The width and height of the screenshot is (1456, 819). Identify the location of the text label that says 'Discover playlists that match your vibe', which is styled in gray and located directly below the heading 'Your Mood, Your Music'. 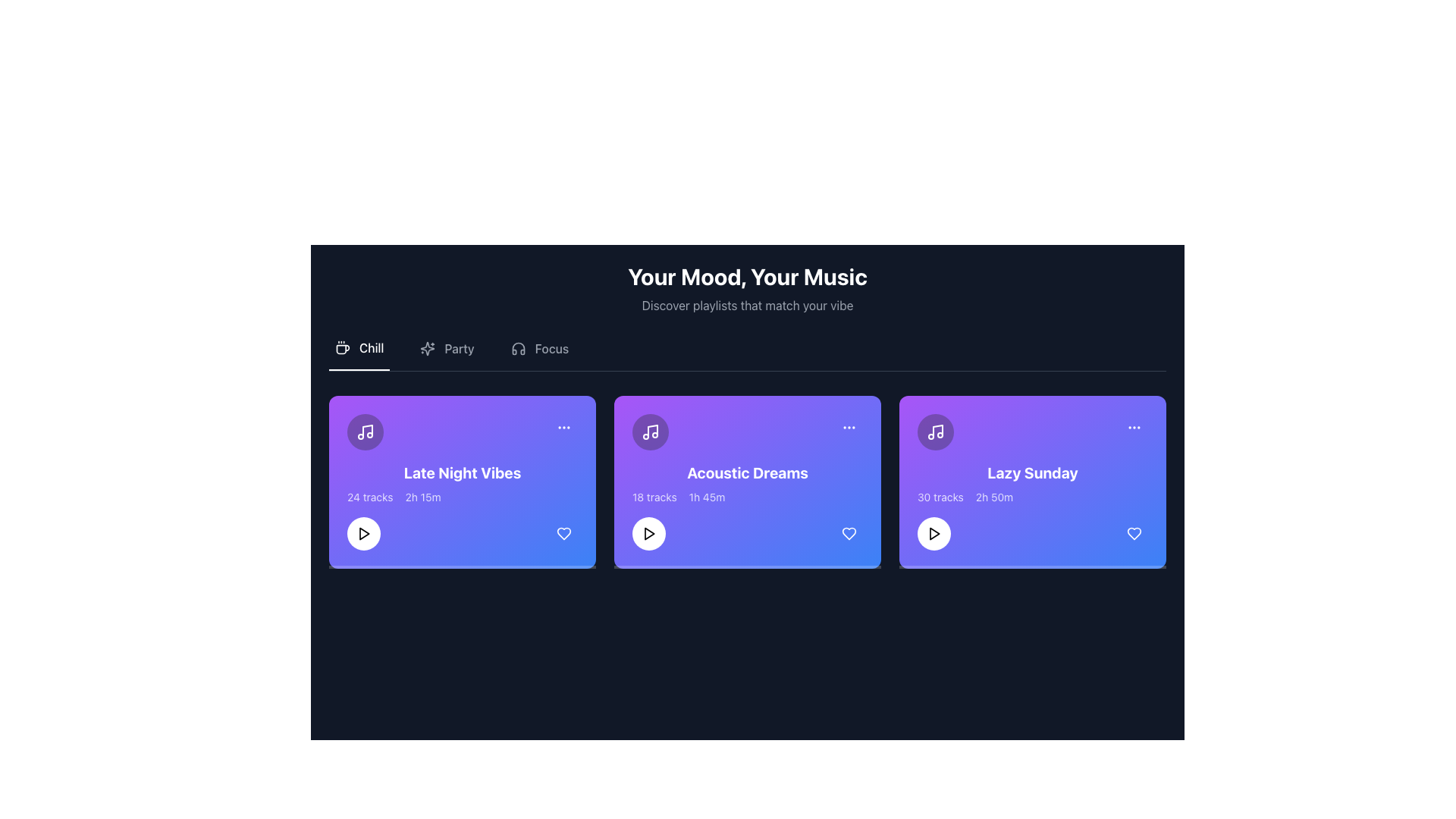
(747, 305).